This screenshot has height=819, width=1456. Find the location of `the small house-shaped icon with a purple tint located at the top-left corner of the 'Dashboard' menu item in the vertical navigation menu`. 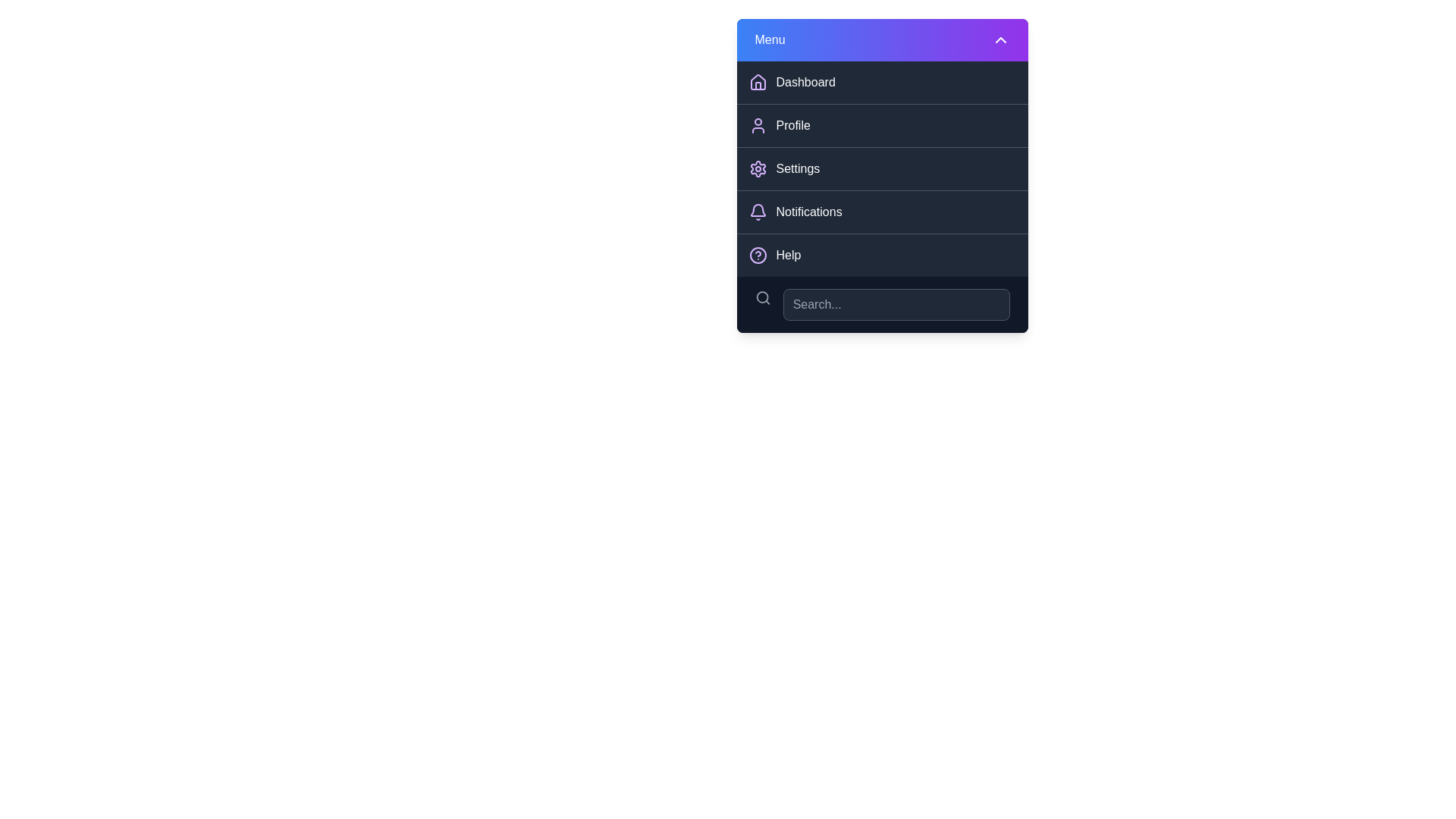

the small house-shaped icon with a purple tint located at the top-left corner of the 'Dashboard' menu item in the vertical navigation menu is located at coordinates (758, 82).